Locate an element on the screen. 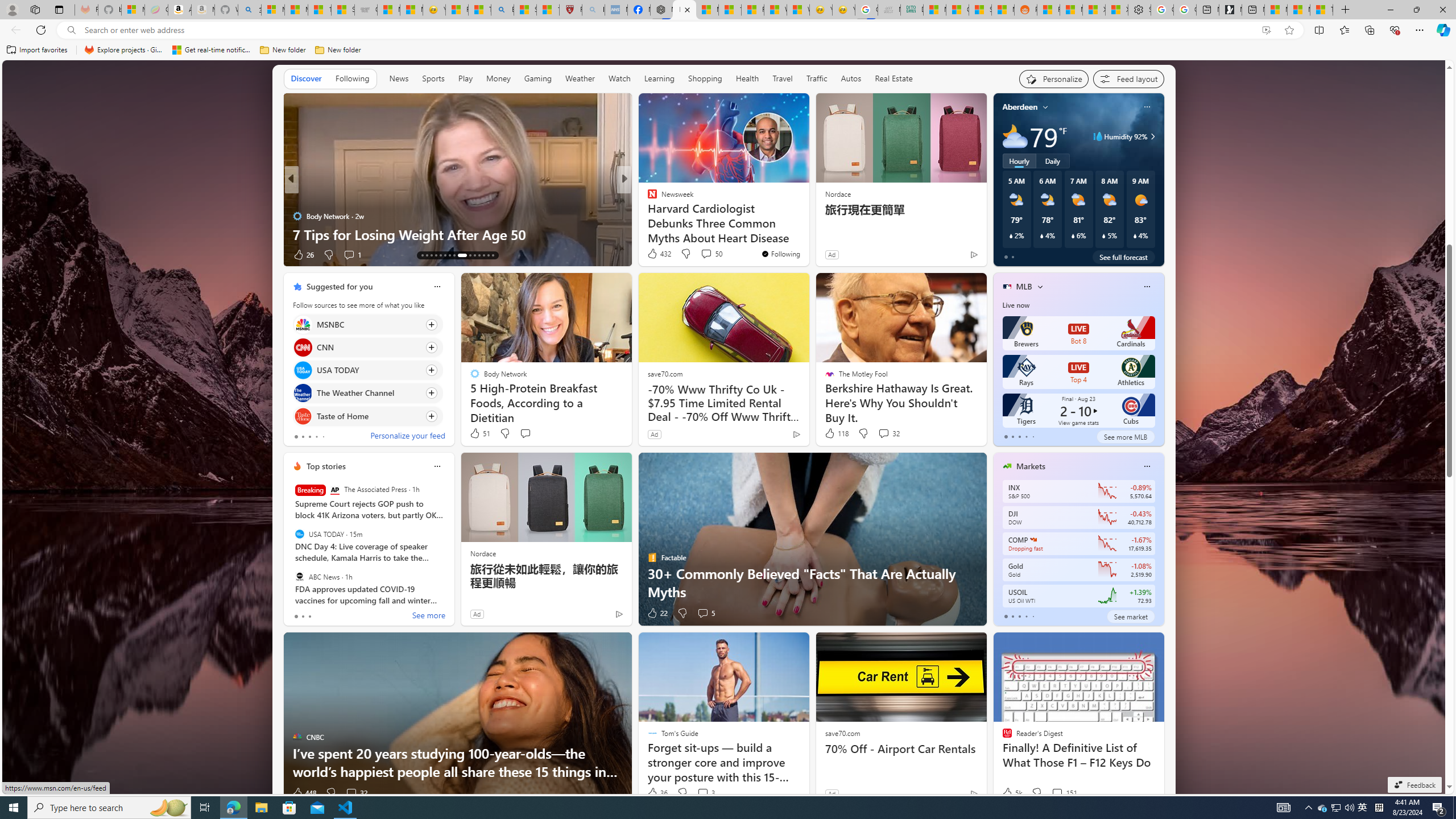 This screenshot has width=1456, height=819. 'INSIDER' is located at coordinates (647, 197).